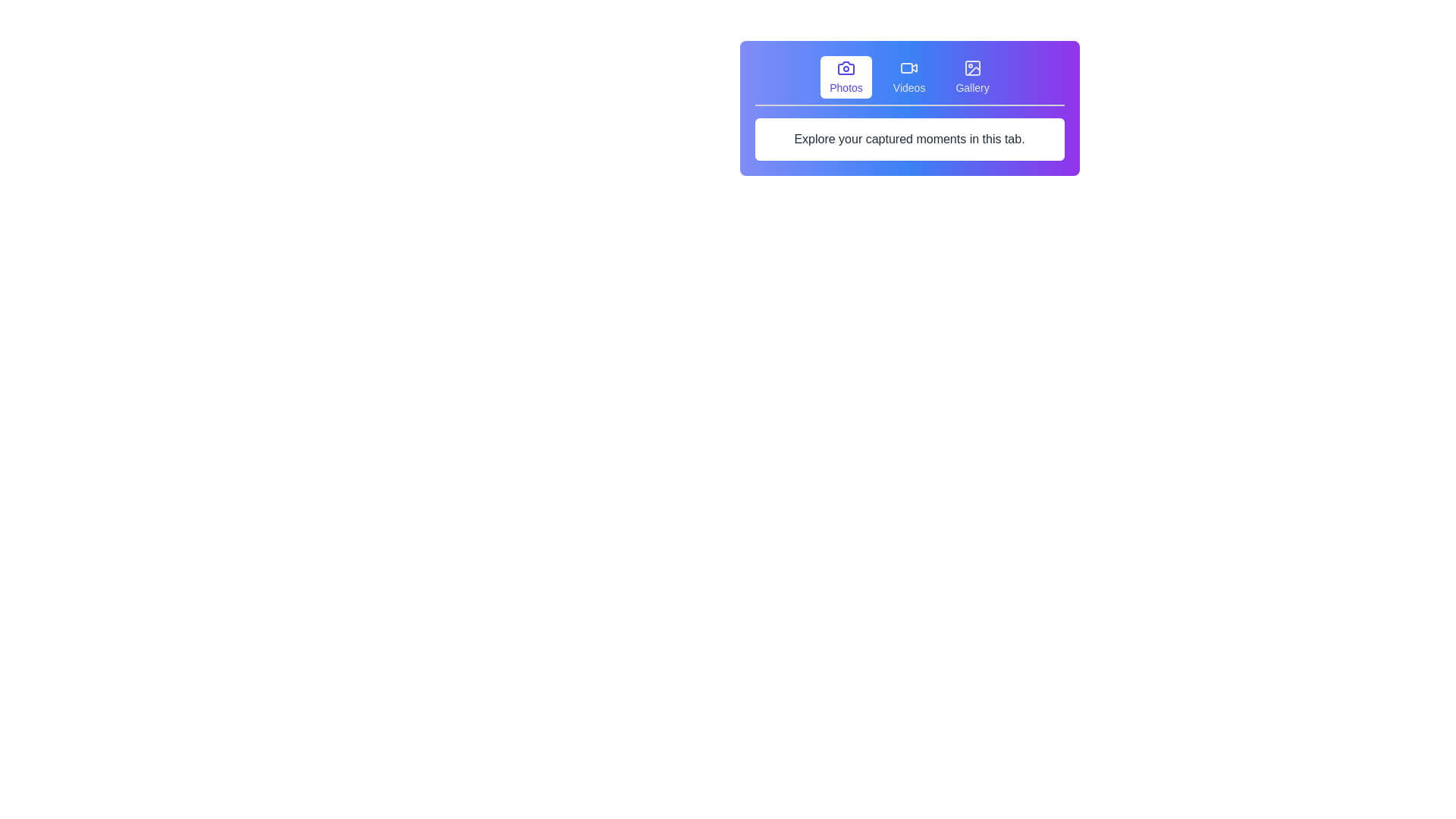 The image size is (1456, 819). Describe the element at coordinates (909, 140) in the screenshot. I see `text from the Informational block, which is a rectangular section with a white background and gray text located below the navigation tab area labeled 'Photos,' 'Videos,' and 'Gallery.'` at that location.